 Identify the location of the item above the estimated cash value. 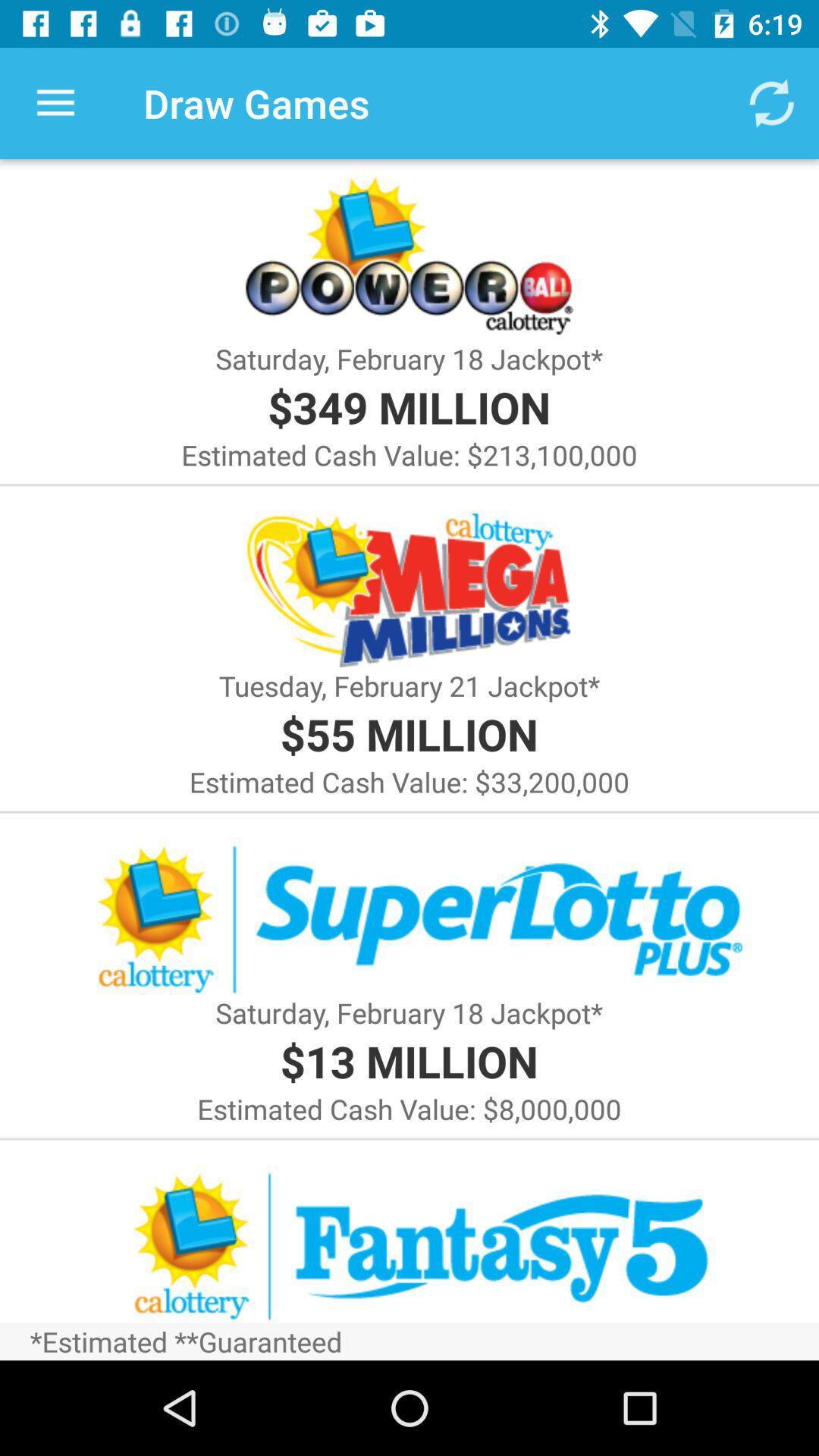
(408, 1060).